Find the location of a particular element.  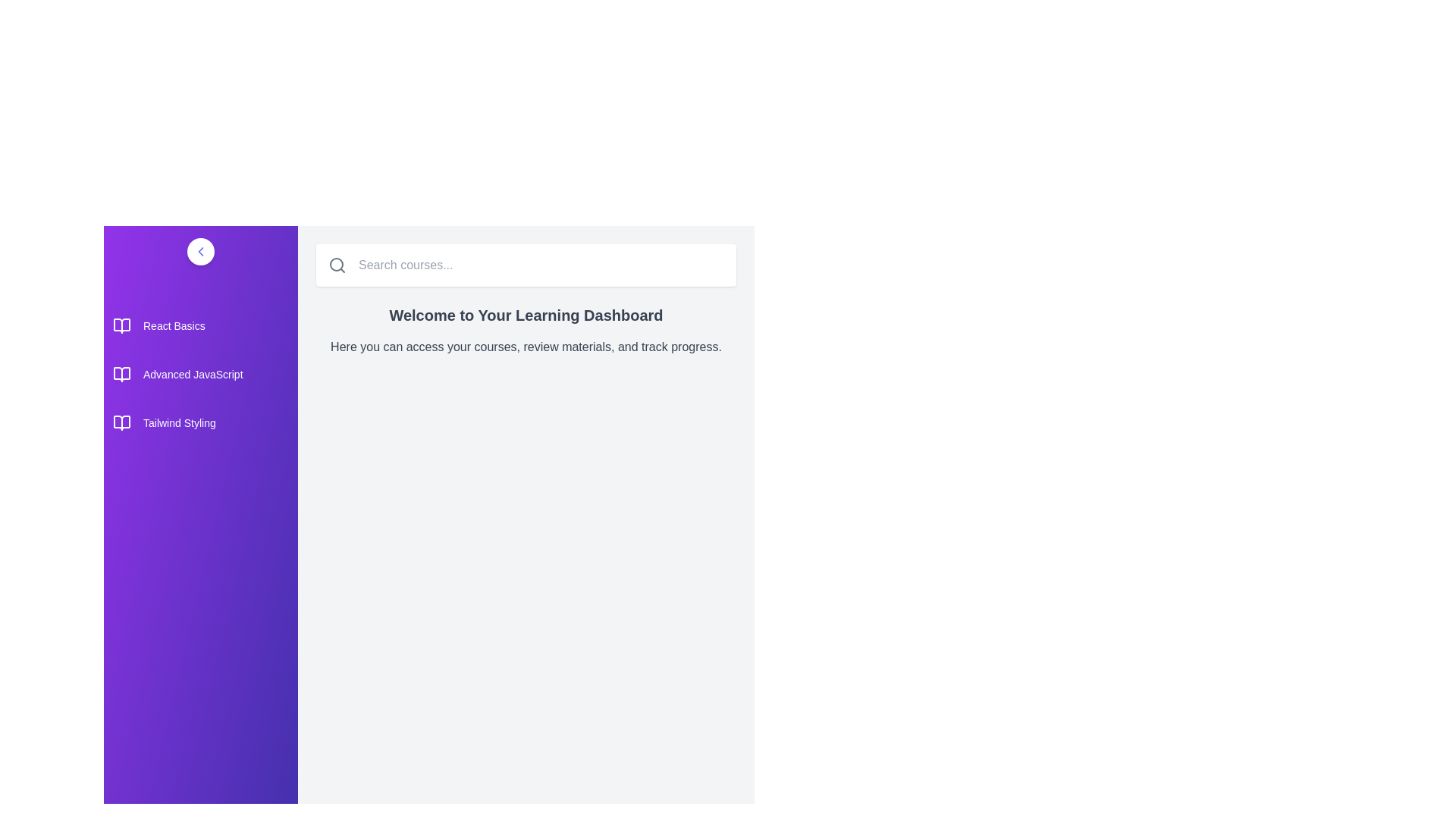

the course titled Tailwind Styling from the list is located at coordinates (199, 423).